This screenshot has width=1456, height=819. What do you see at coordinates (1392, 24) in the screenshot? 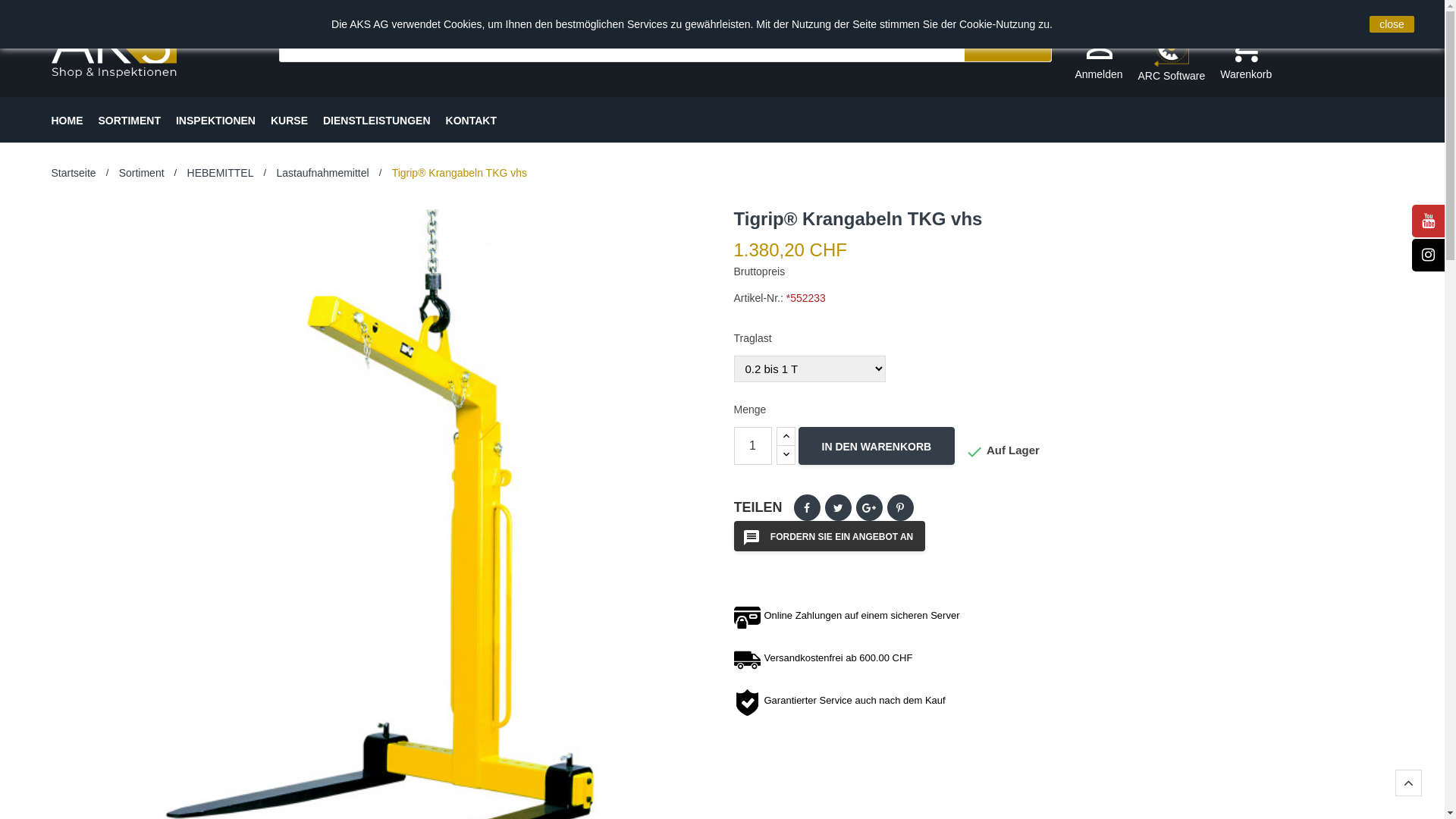
I see `'close'` at bounding box center [1392, 24].